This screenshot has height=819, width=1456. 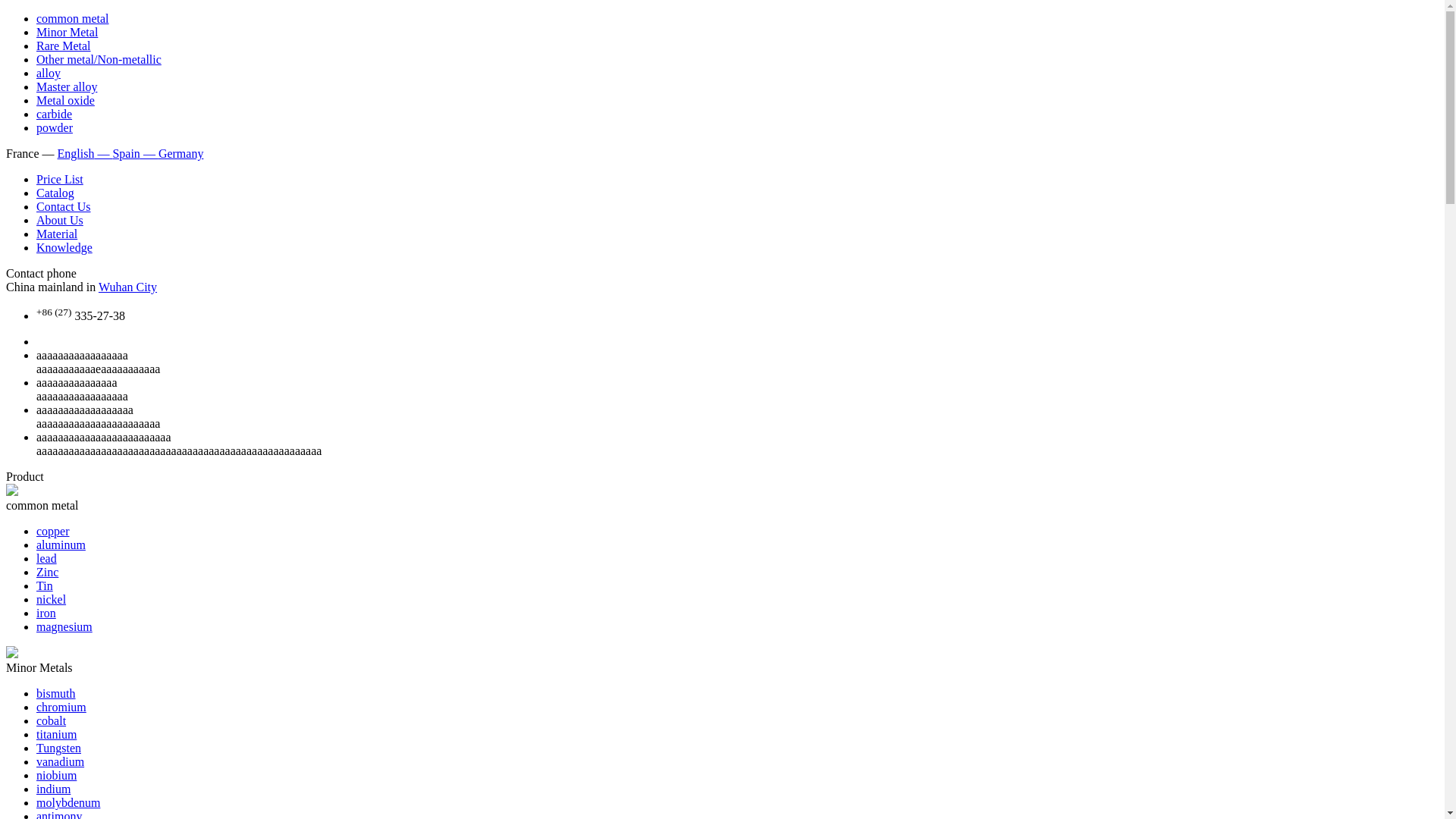 What do you see at coordinates (57, 234) in the screenshot?
I see `'Material'` at bounding box center [57, 234].